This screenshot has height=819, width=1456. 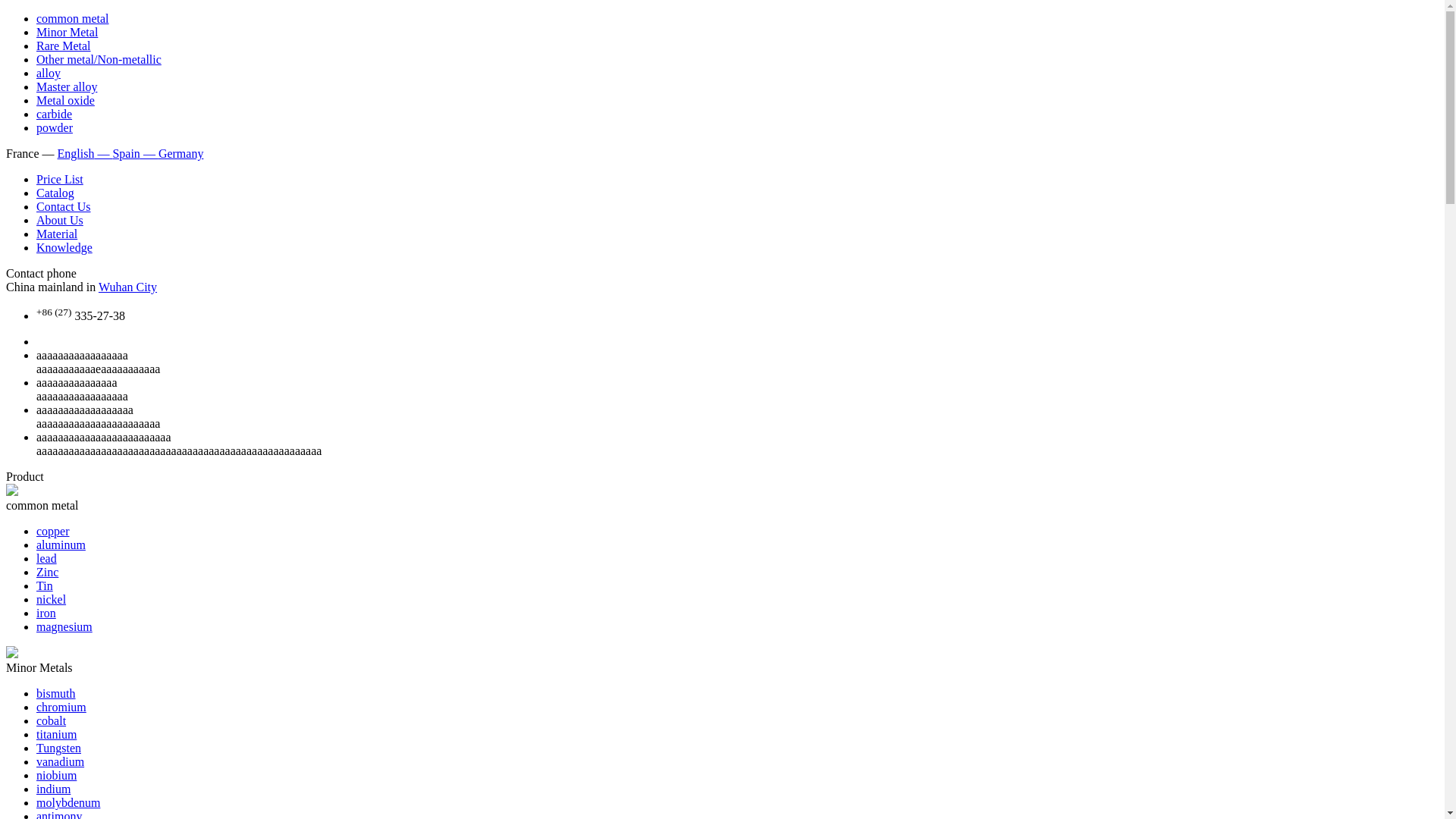 What do you see at coordinates (57, 234) in the screenshot?
I see `'Material'` at bounding box center [57, 234].